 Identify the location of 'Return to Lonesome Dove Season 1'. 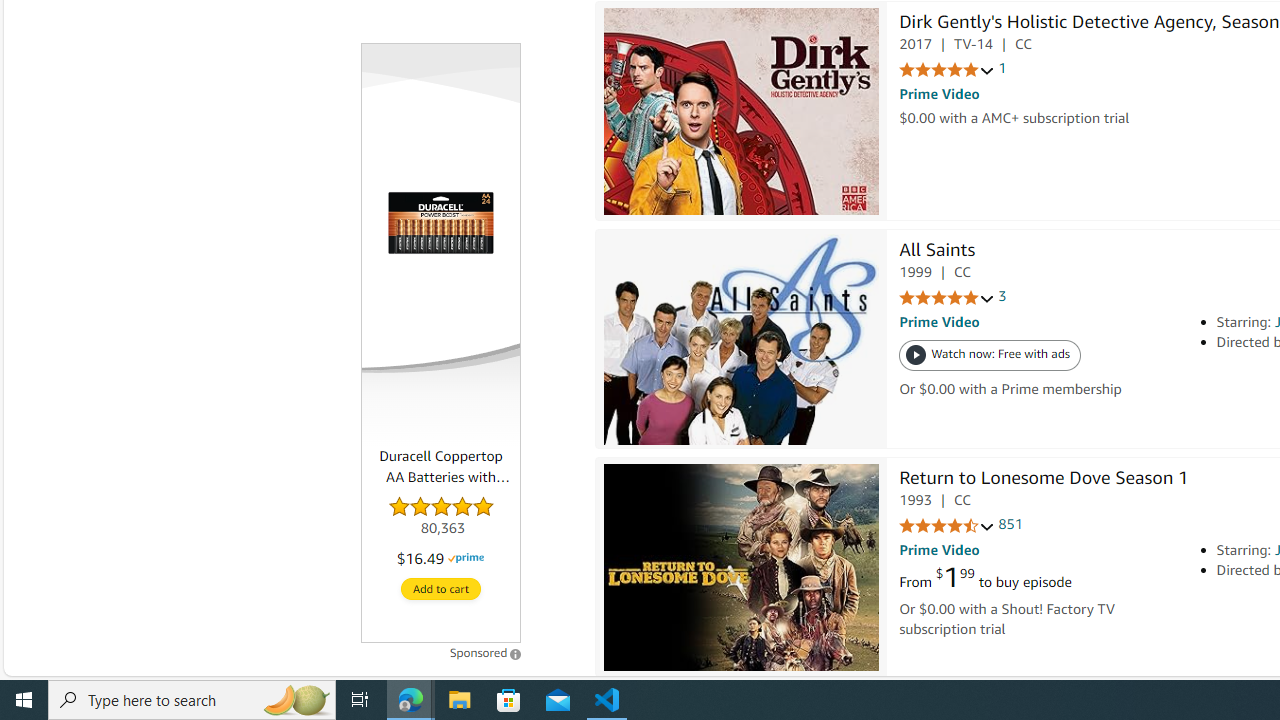
(1042, 480).